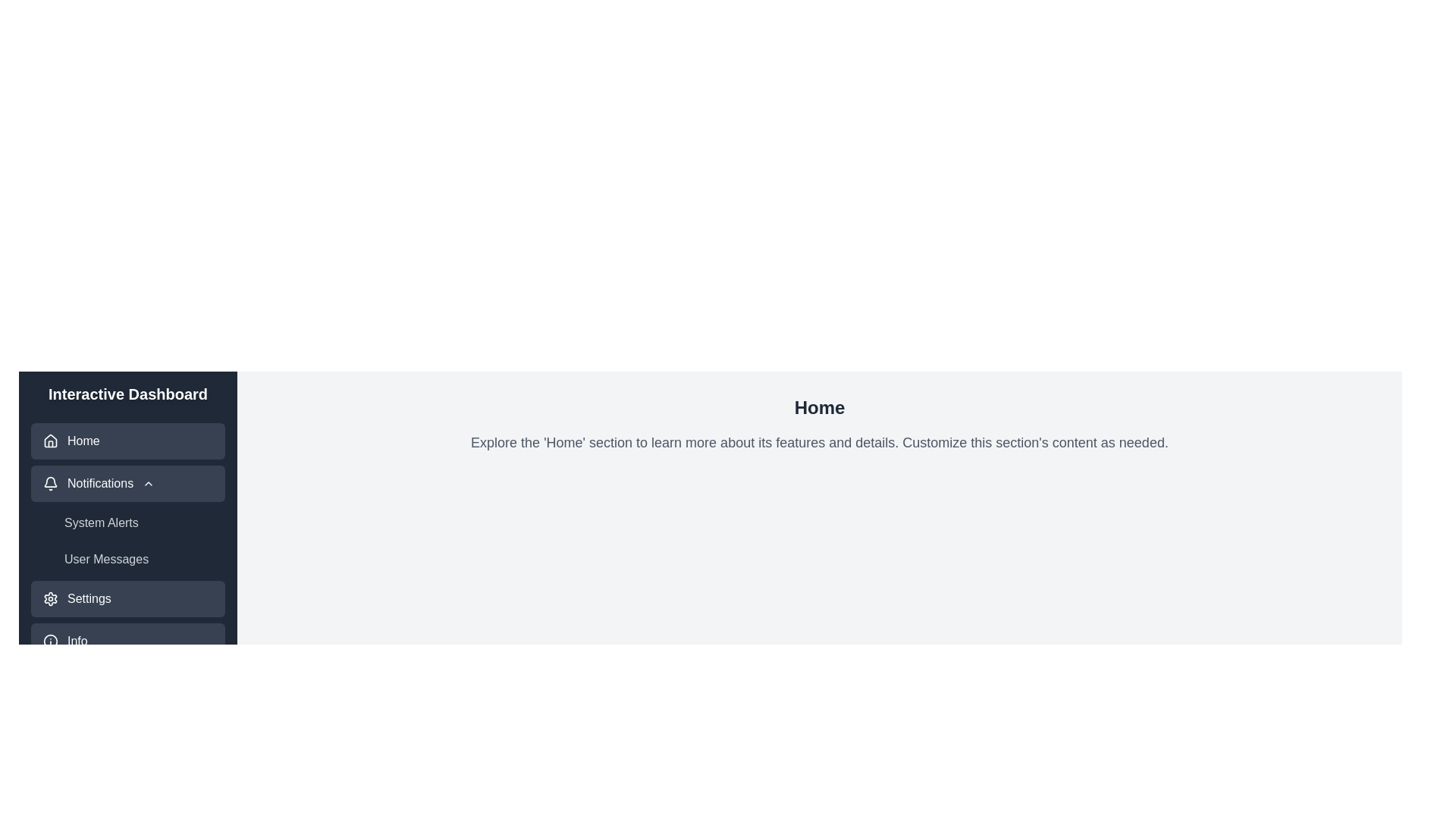 The height and width of the screenshot is (819, 1456). Describe the element at coordinates (51, 482) in the screenshot. I see `the bell-shaped SVG notification icon located in the sidebar under the 'Notifications' menu` at that location.